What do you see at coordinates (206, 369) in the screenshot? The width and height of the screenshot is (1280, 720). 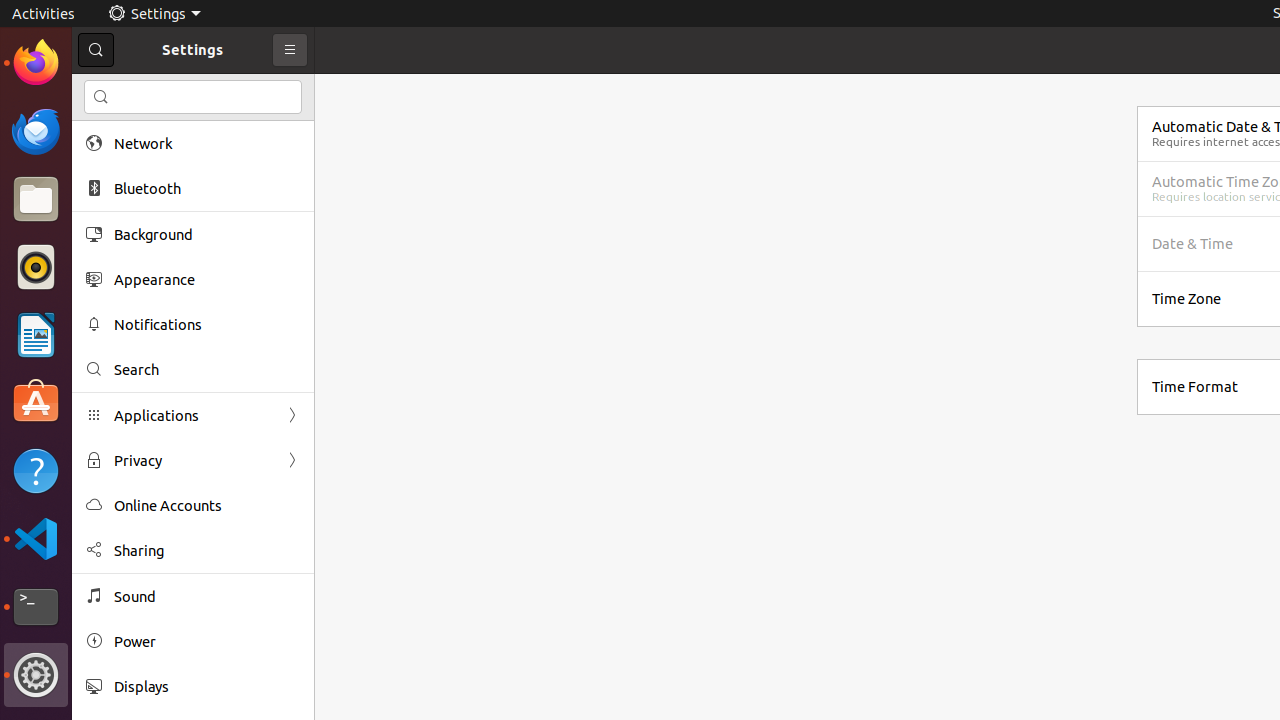 I see `'Search'` at bounding box center [206, 369].